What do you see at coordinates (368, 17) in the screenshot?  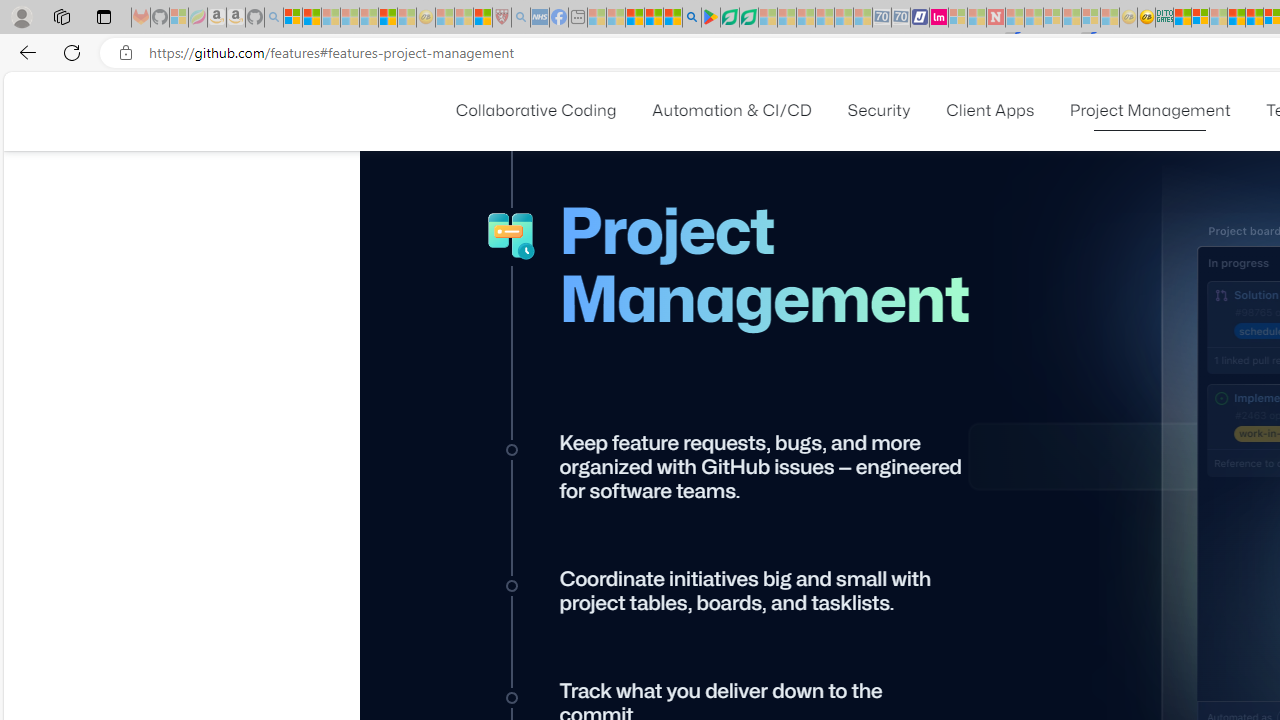 I see `'New Report Confirms 2023 Was Record Hot | Watch - Sleeping'` at bounding box center [368, 17].